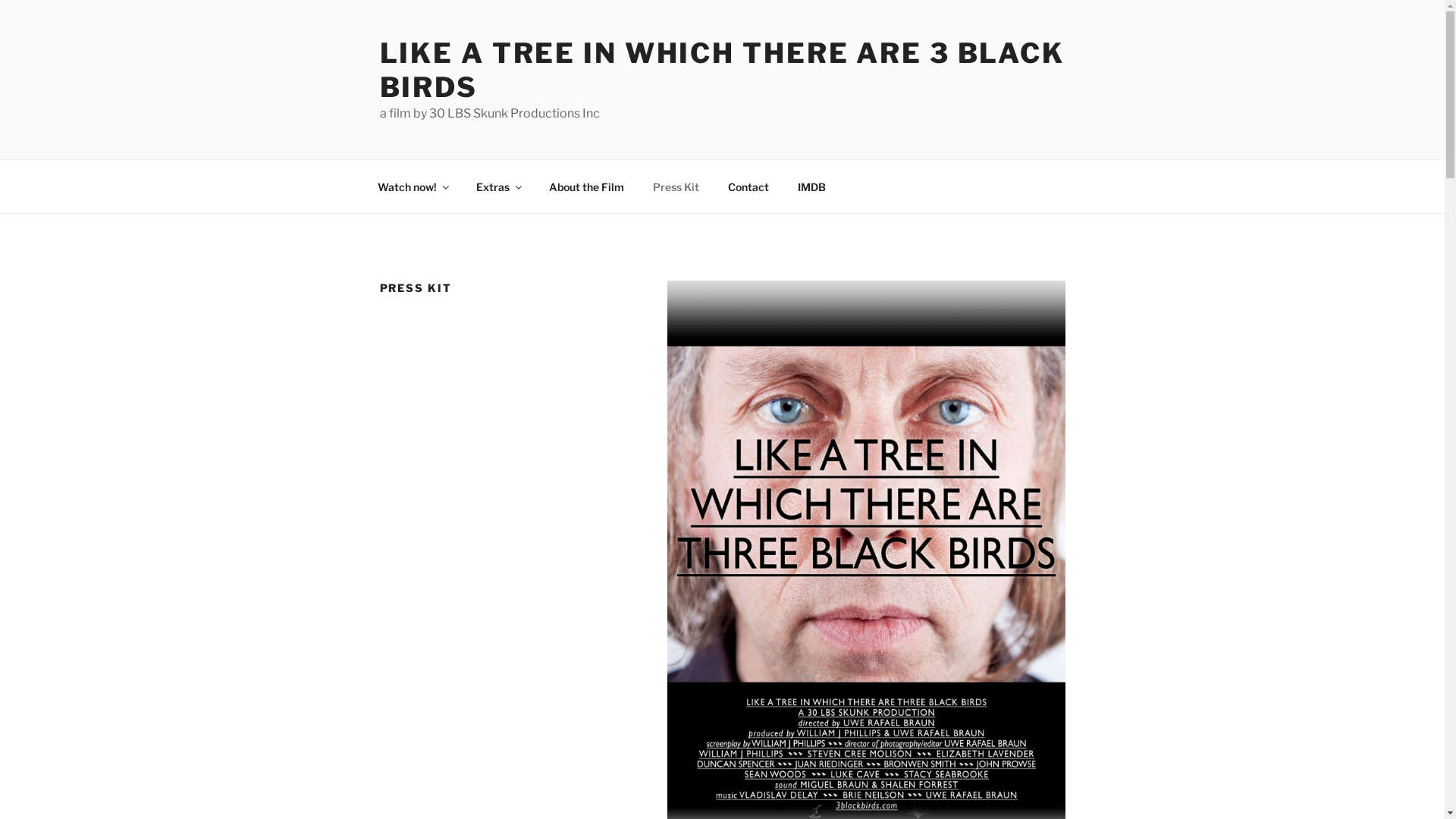  I want to click on 'Press Kit', so click(640, 186).